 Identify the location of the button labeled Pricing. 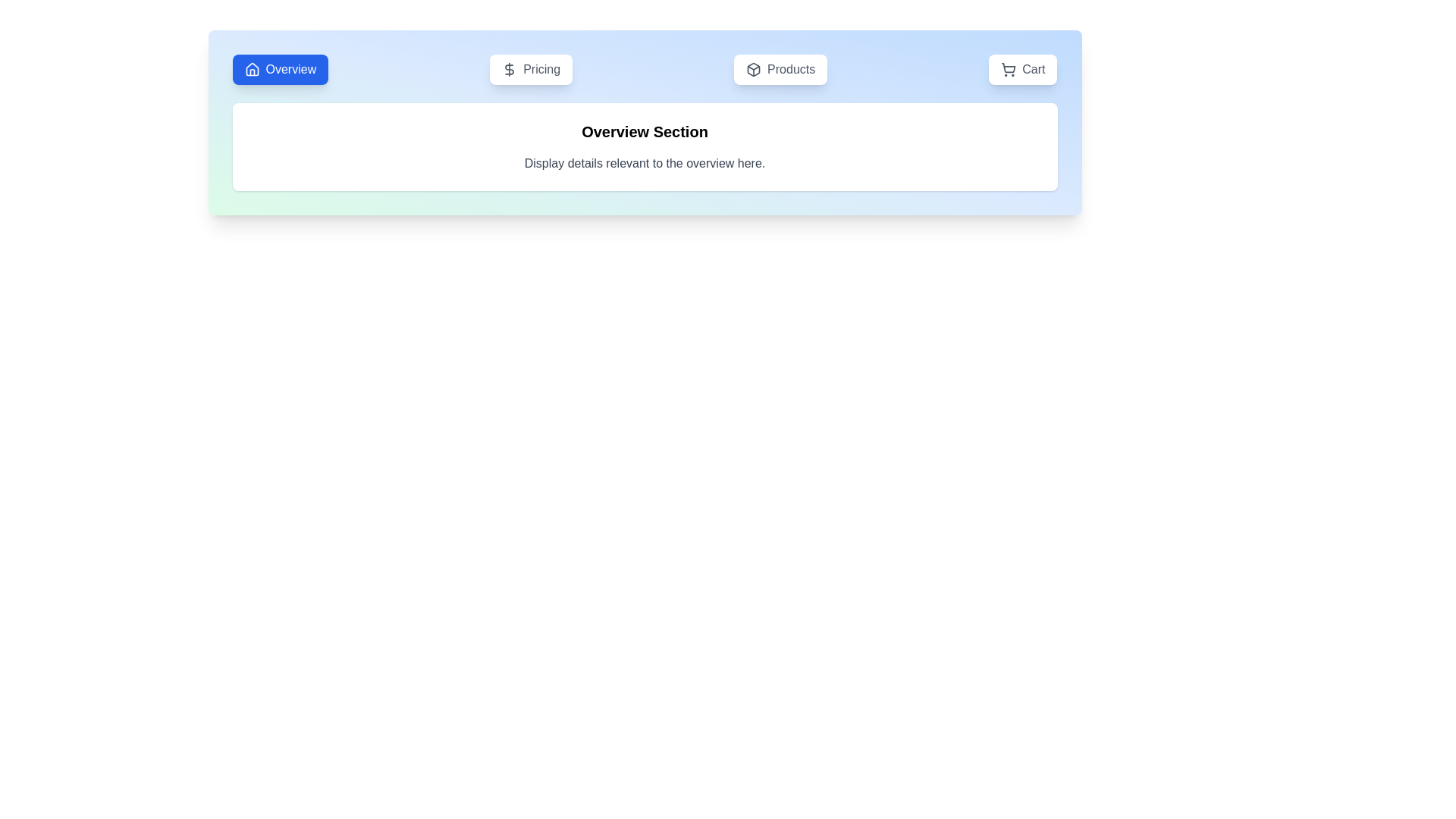
(531, 70).